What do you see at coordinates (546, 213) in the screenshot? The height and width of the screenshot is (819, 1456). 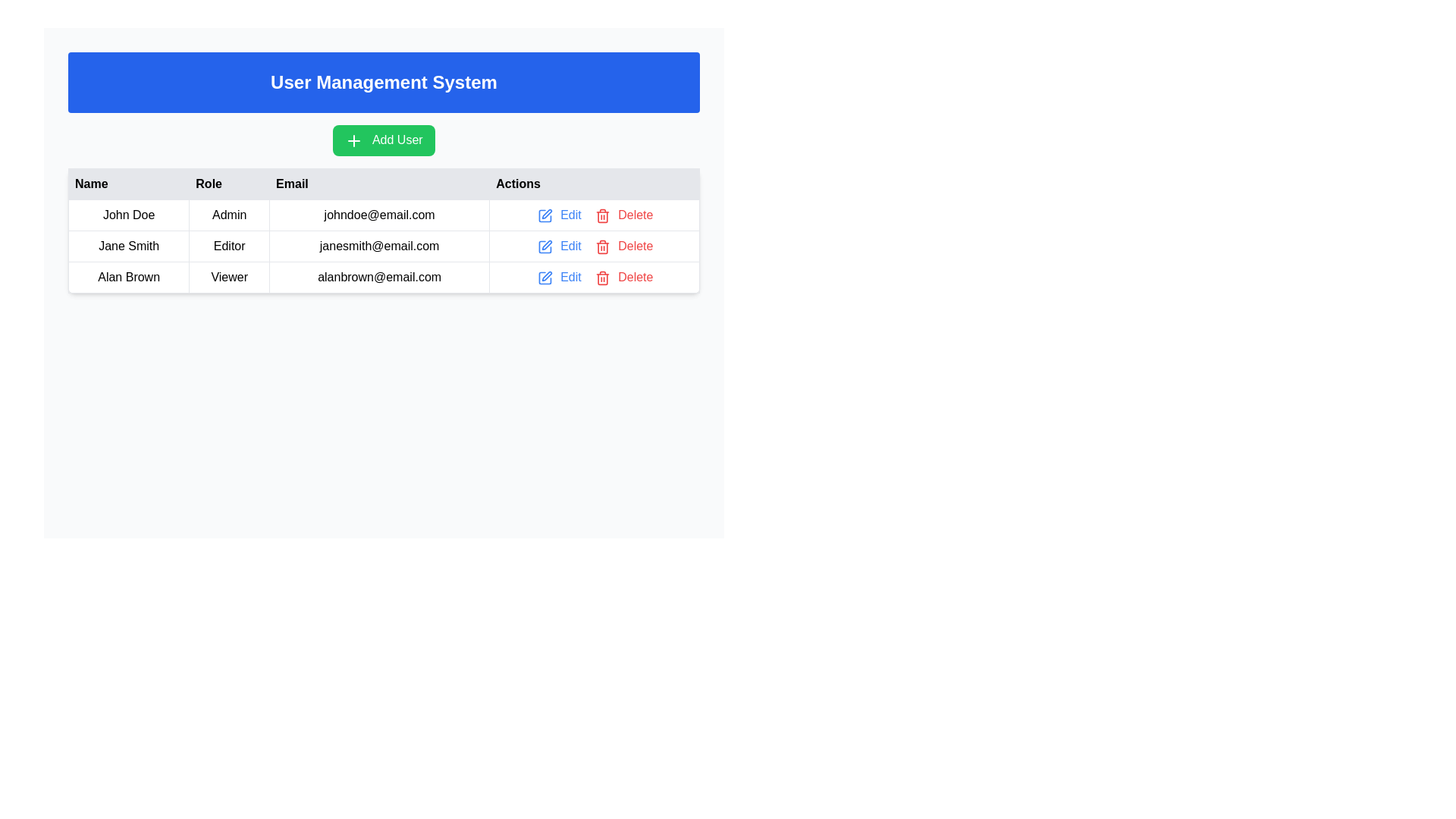 I see `the edit icon in the 'Actions' column for the user 'Jane Smith'` at bounding box center [546, 213].